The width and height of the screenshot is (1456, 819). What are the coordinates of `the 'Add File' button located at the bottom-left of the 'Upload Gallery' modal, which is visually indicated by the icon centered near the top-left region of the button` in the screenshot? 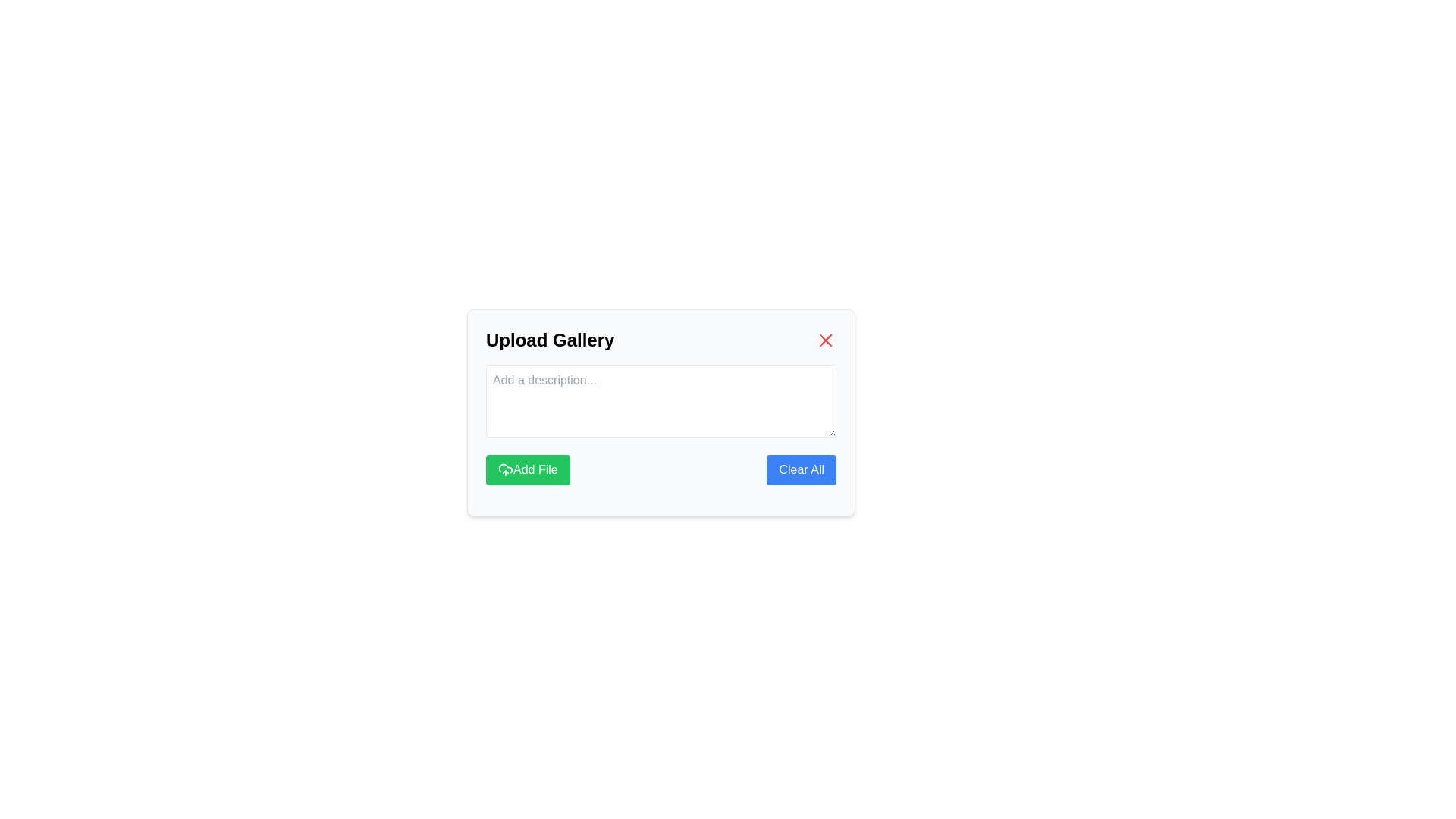 It's located at (506, 469).